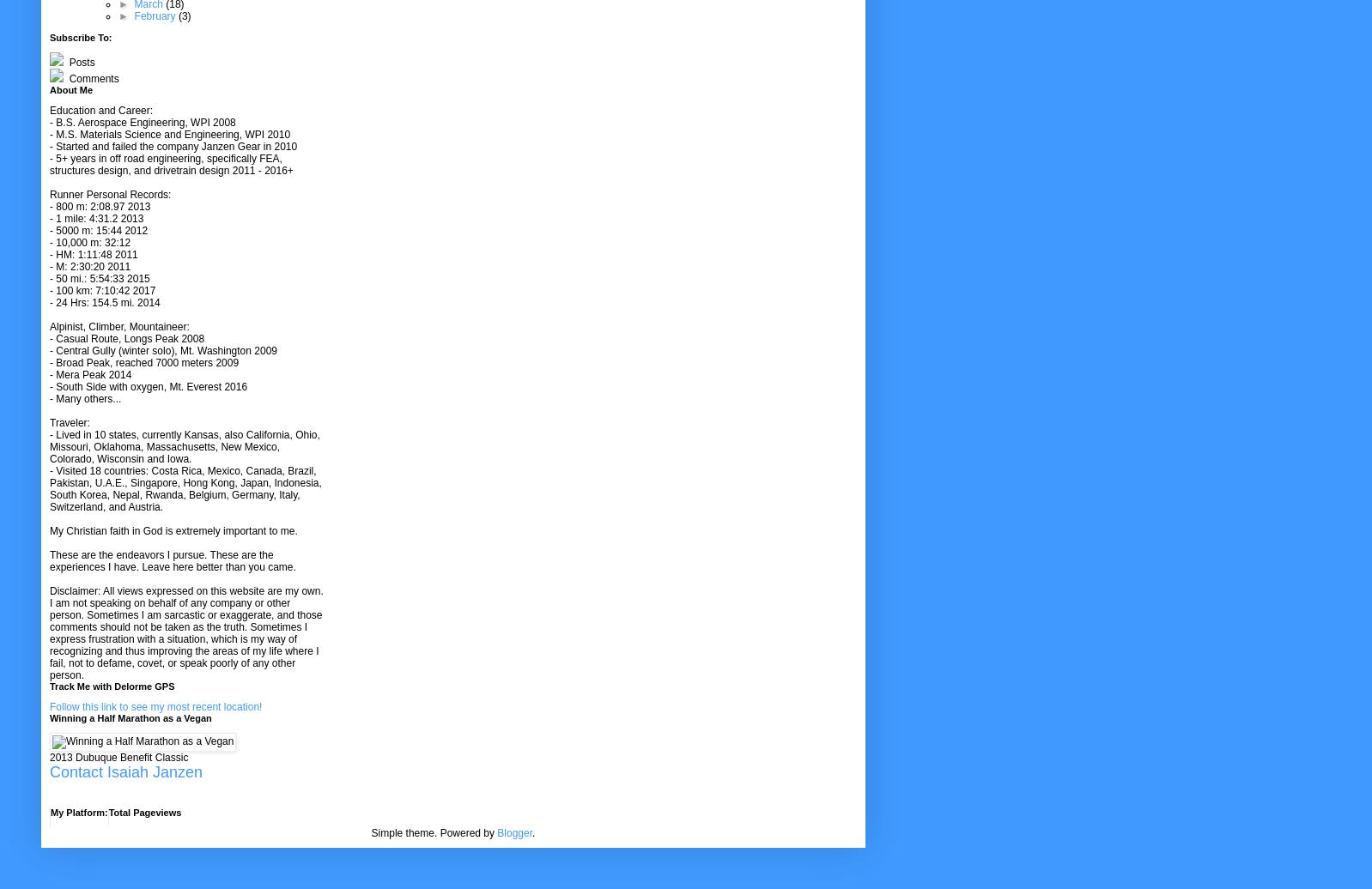 This screenshot has width=1372, height=889. Describe the element at coordinates (101, 290) in the screenshot. I see `'- 100 km: 7:10:42 2017'` at that location.